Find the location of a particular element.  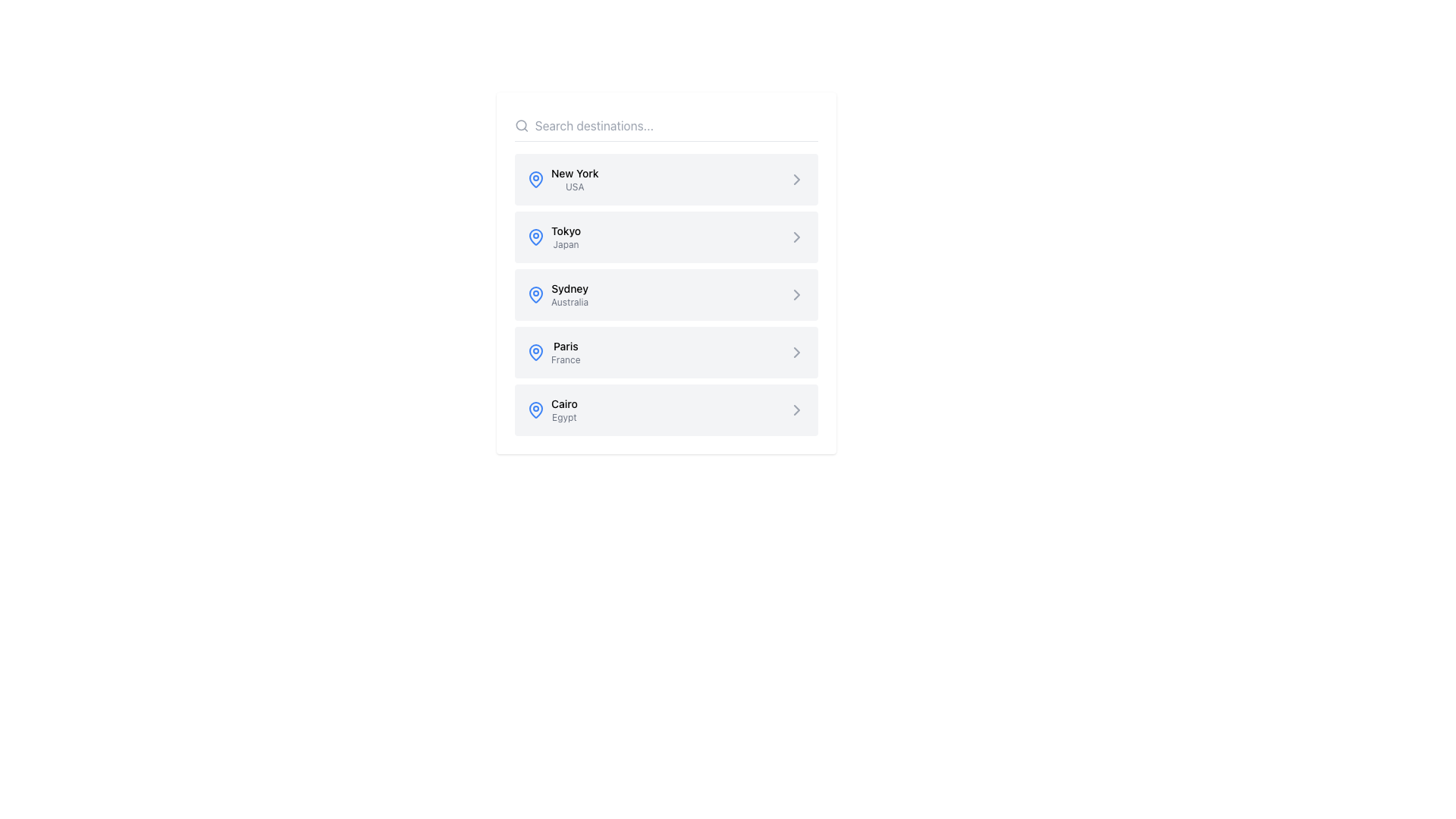

the blue map pin icon located in the first item of a vertically stacked list, next to the text block displaying 'New York' and 'USA' is located at coordinates (535, 178).